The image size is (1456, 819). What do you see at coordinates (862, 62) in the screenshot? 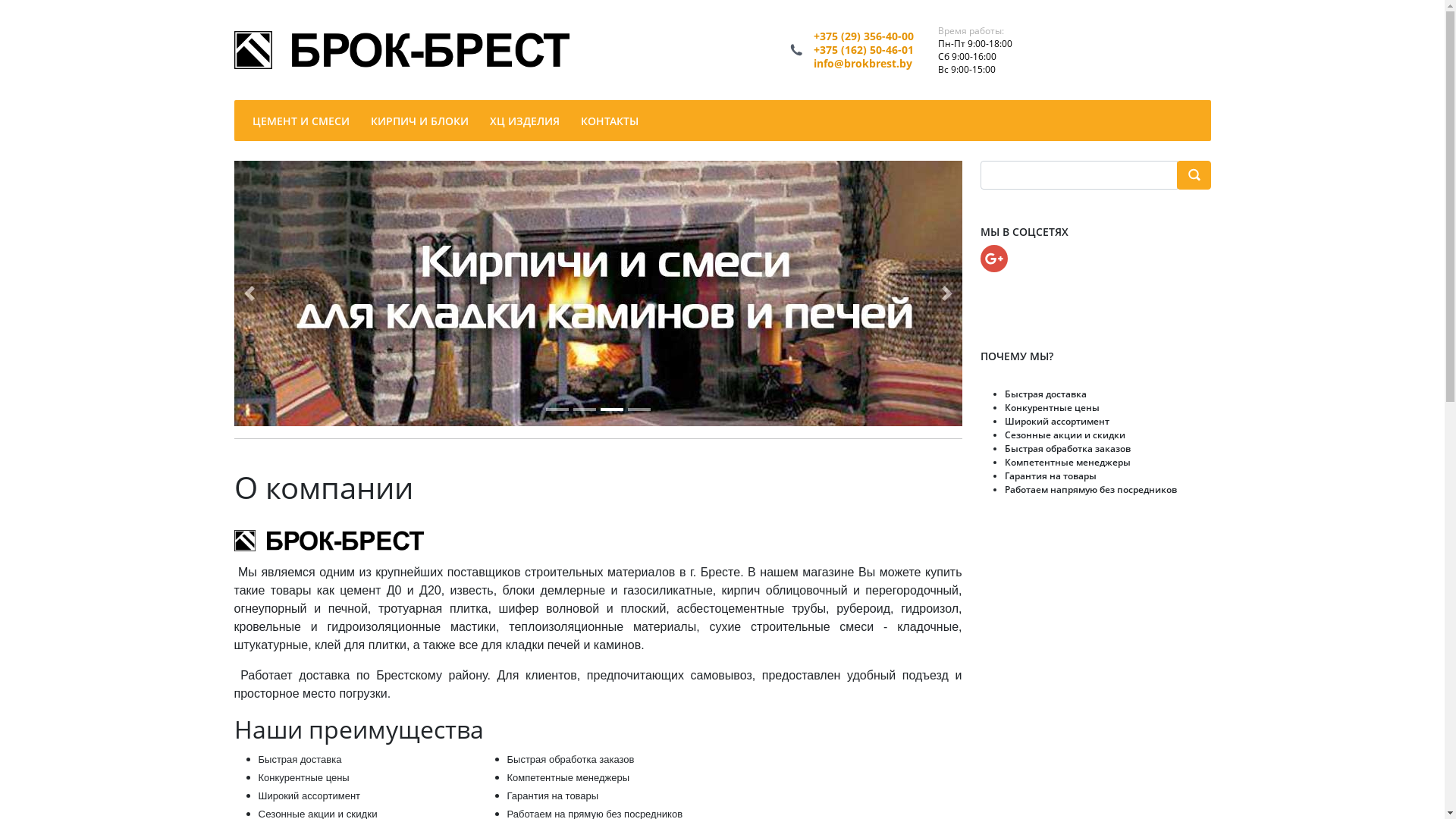
I see `'info@brokbrest.by'` at bounding box center [862, 62].